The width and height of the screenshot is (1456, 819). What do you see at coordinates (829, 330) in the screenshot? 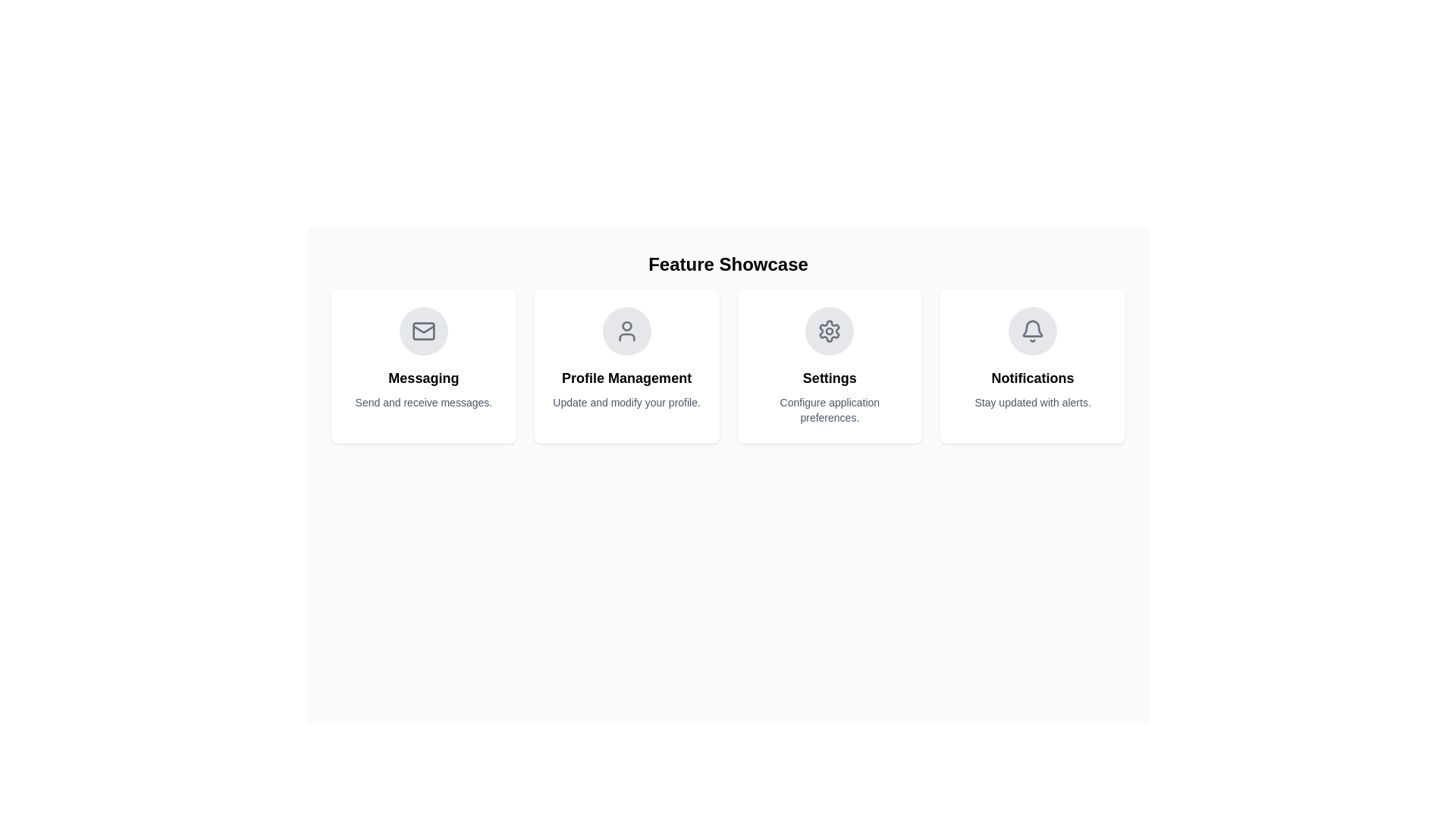
I see `the cog-shaped icon within the 'Settings' card in the Feature Showcase section, which is located above the 'Configure application preferences' text and below the title 'Settings'` at bounding box center [829, 330].